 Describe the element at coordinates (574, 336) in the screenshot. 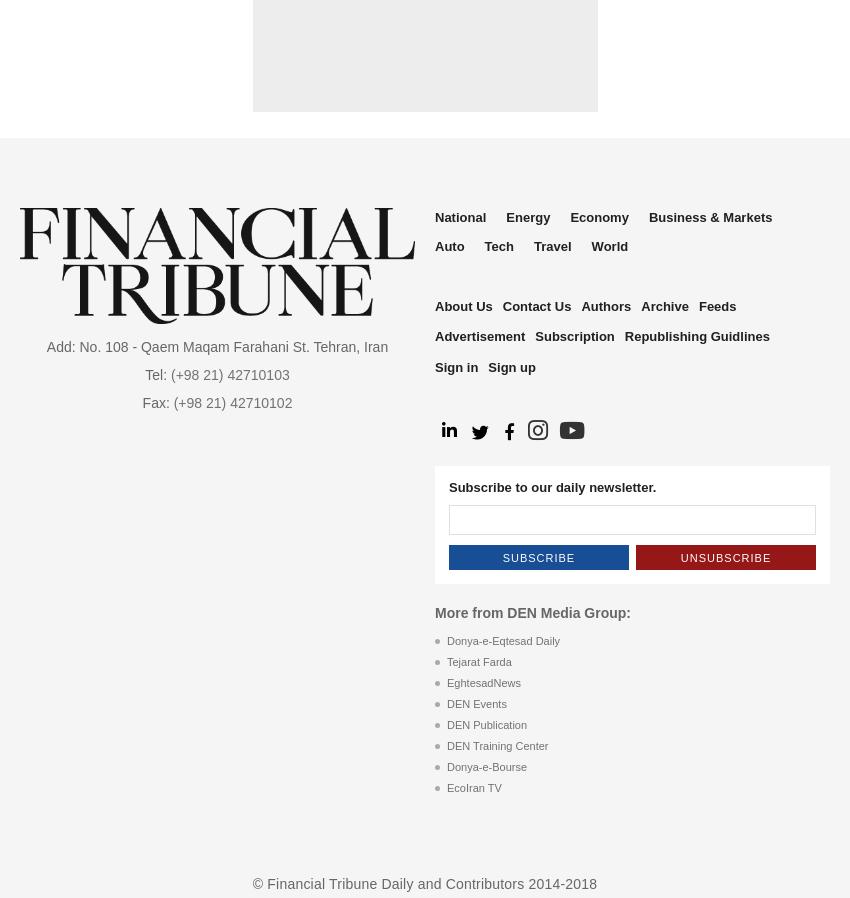

I see `'Subscription'` at that location.